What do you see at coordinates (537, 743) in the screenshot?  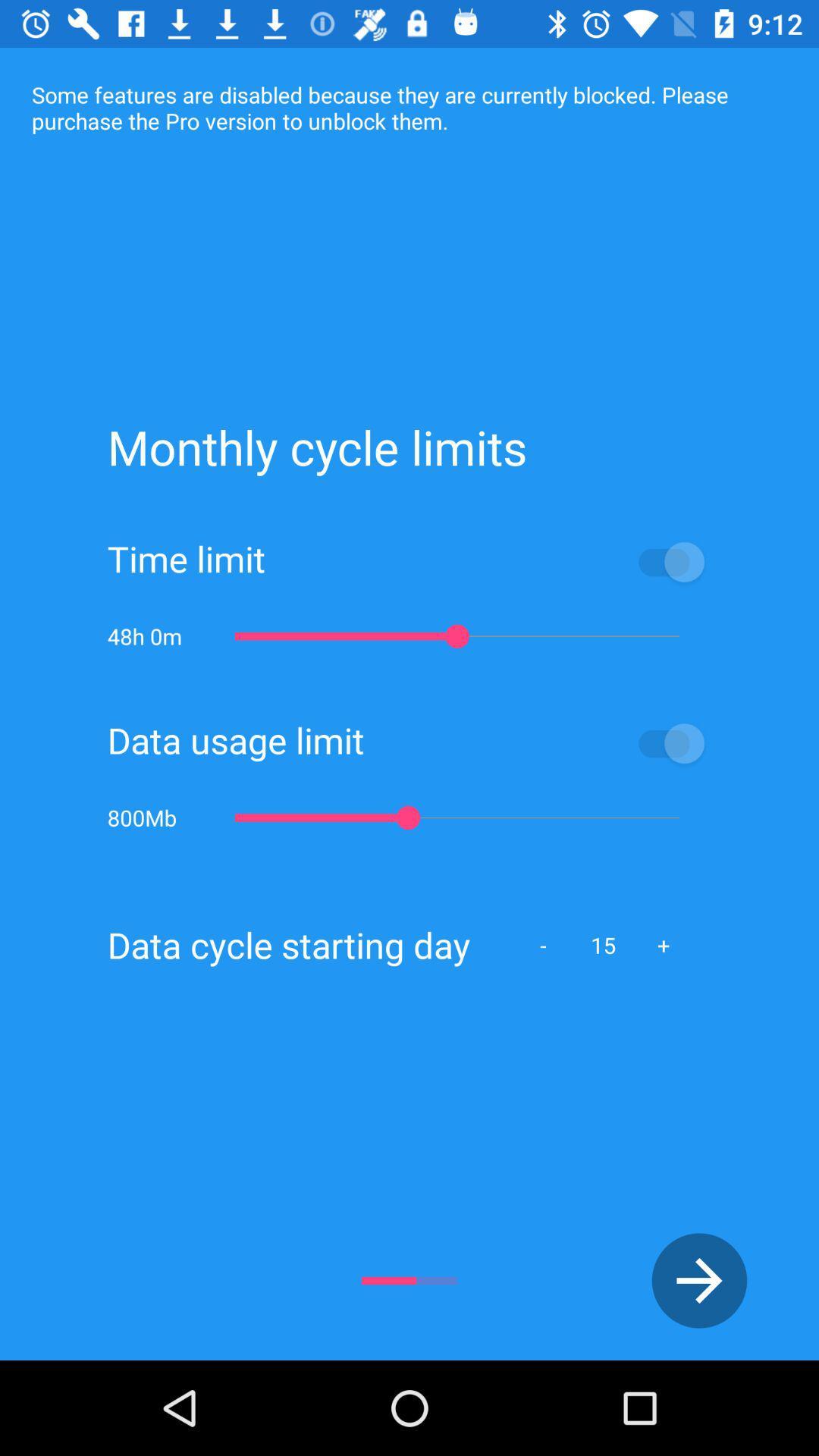 I see `data usage limit` at bounding box center [537, 743].